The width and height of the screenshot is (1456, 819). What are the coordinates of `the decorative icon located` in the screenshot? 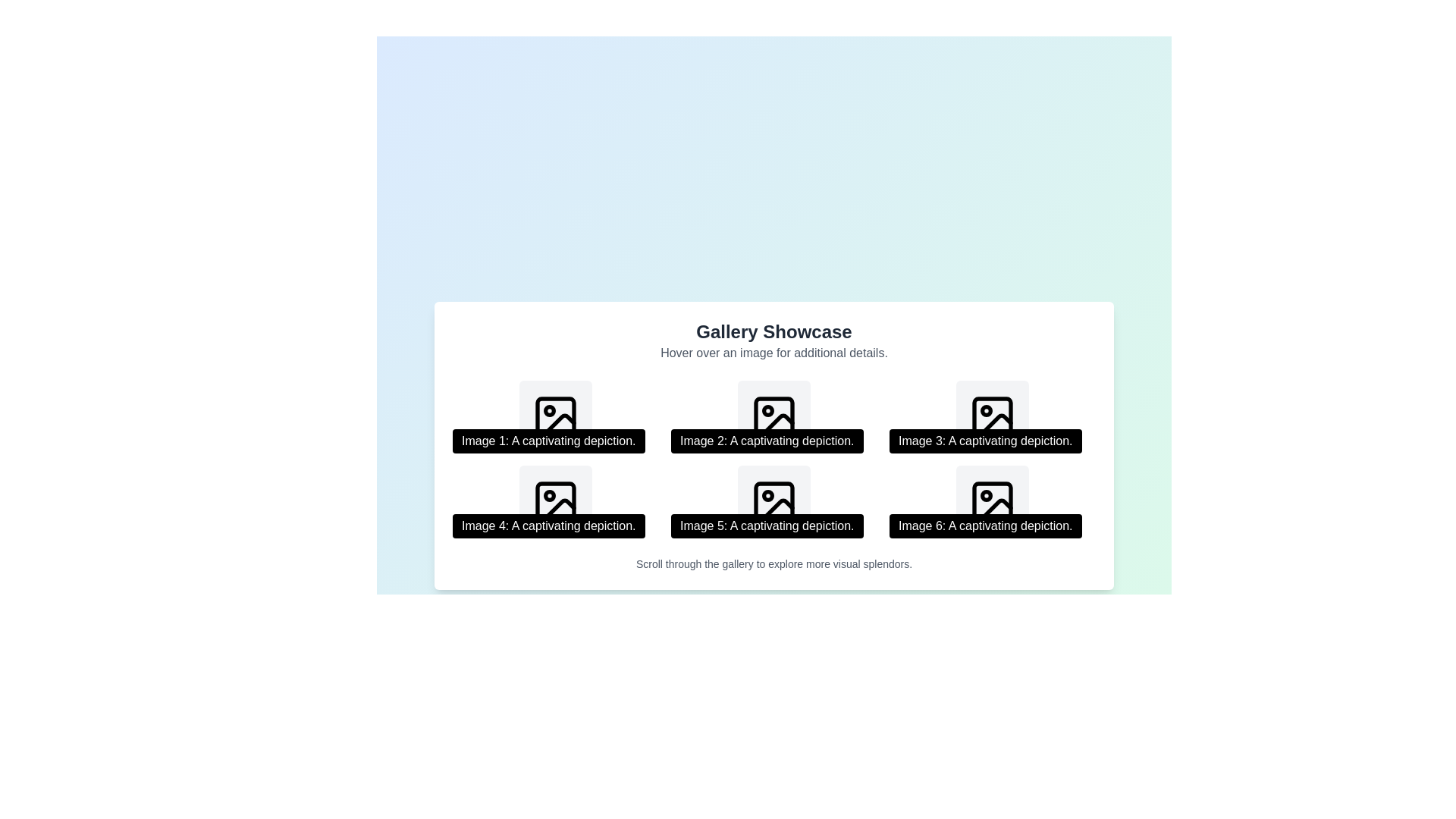 It's located at (555, 417).